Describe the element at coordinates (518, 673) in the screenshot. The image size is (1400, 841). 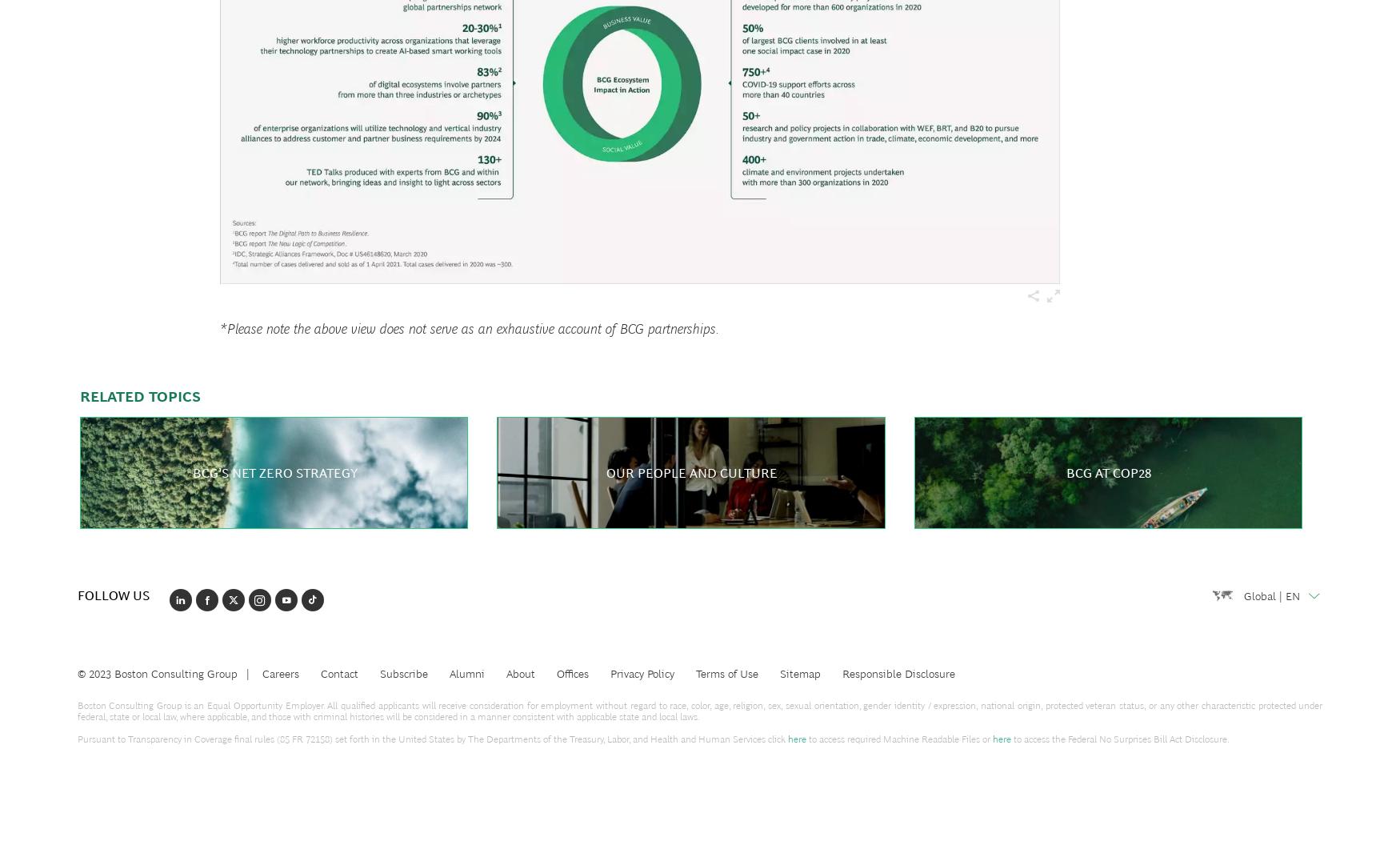
I see `'About'` at that location.